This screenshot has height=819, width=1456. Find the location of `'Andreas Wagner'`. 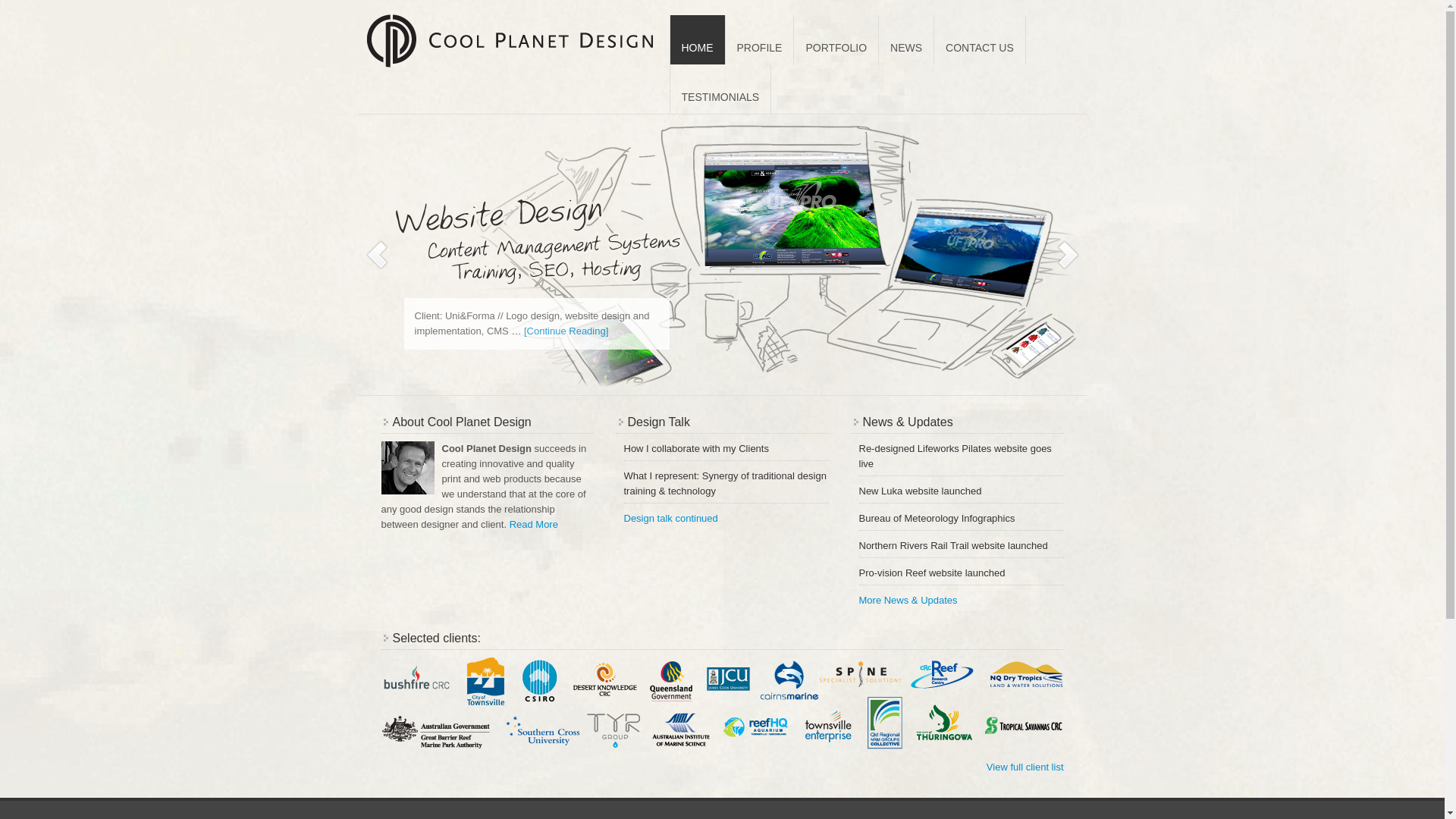

'Andreas Wagner' is located at coordinates (407, 467).